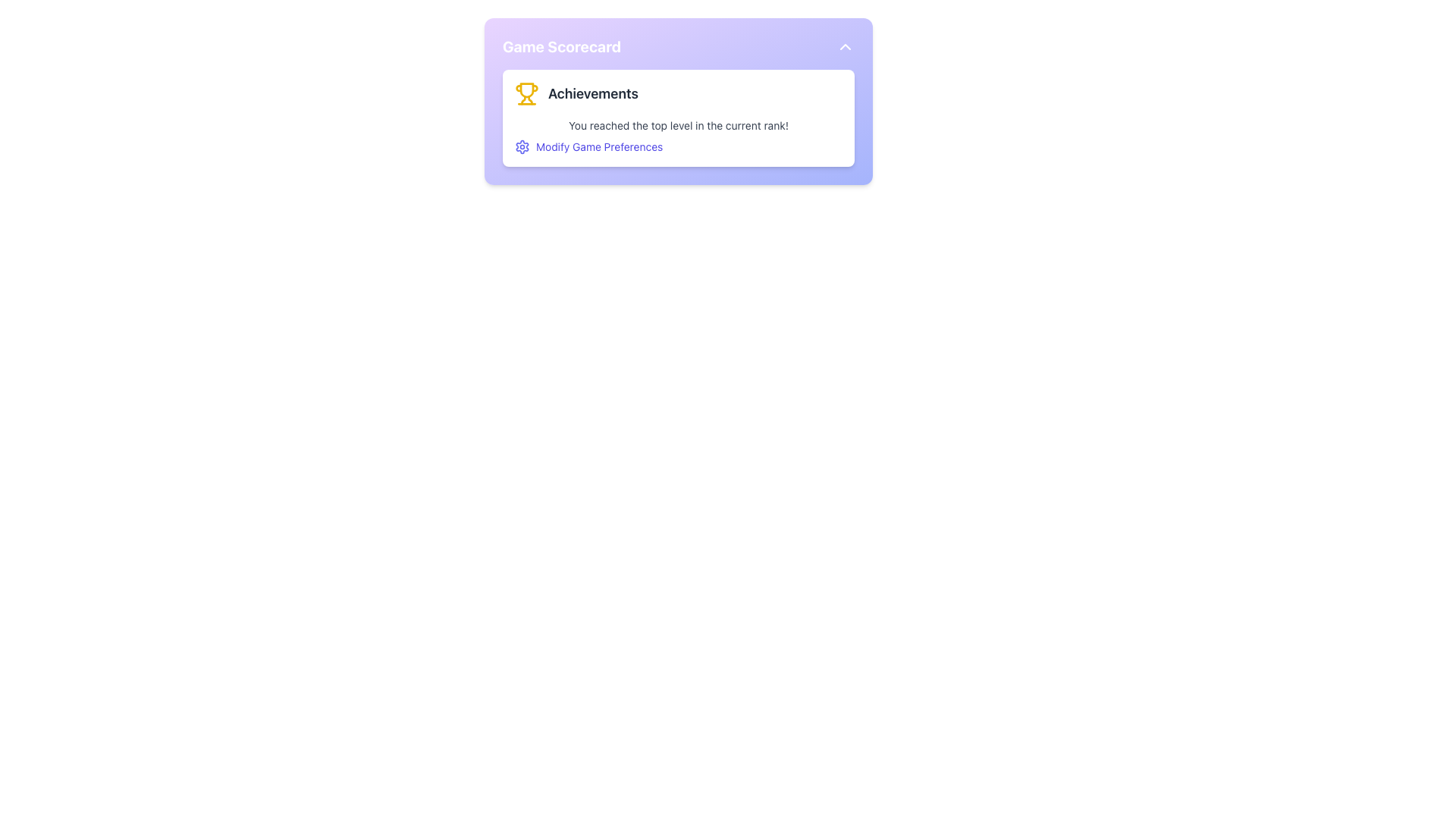  What do you see at coordinates (522, 146) in the screenshot?
I see `the cogwheel-shaped icon` at bounding box center [522, 146].